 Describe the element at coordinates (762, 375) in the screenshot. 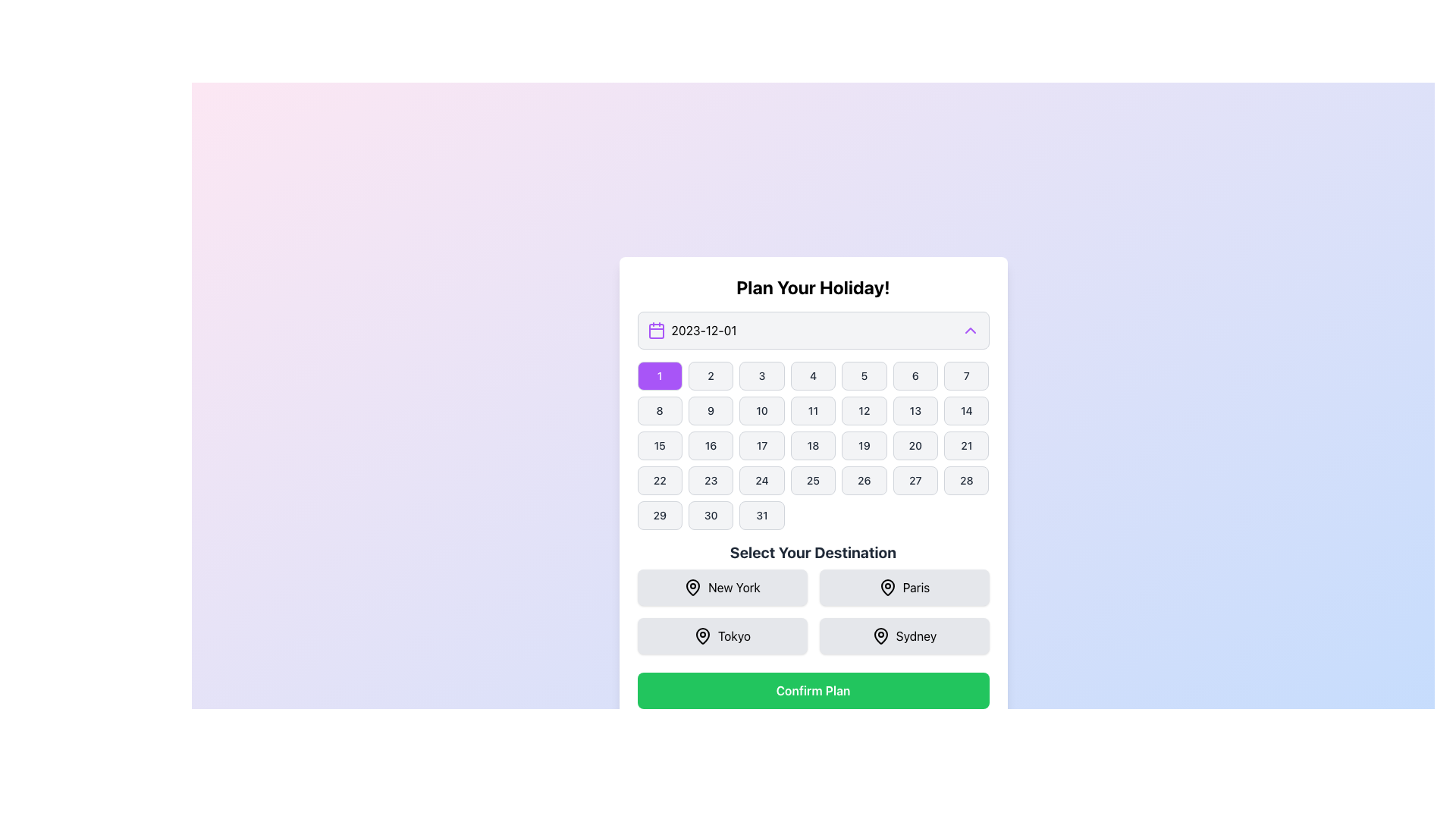

I see `the button displaying the number '3' in the 'Plan Your Holiday!' section` at that location.